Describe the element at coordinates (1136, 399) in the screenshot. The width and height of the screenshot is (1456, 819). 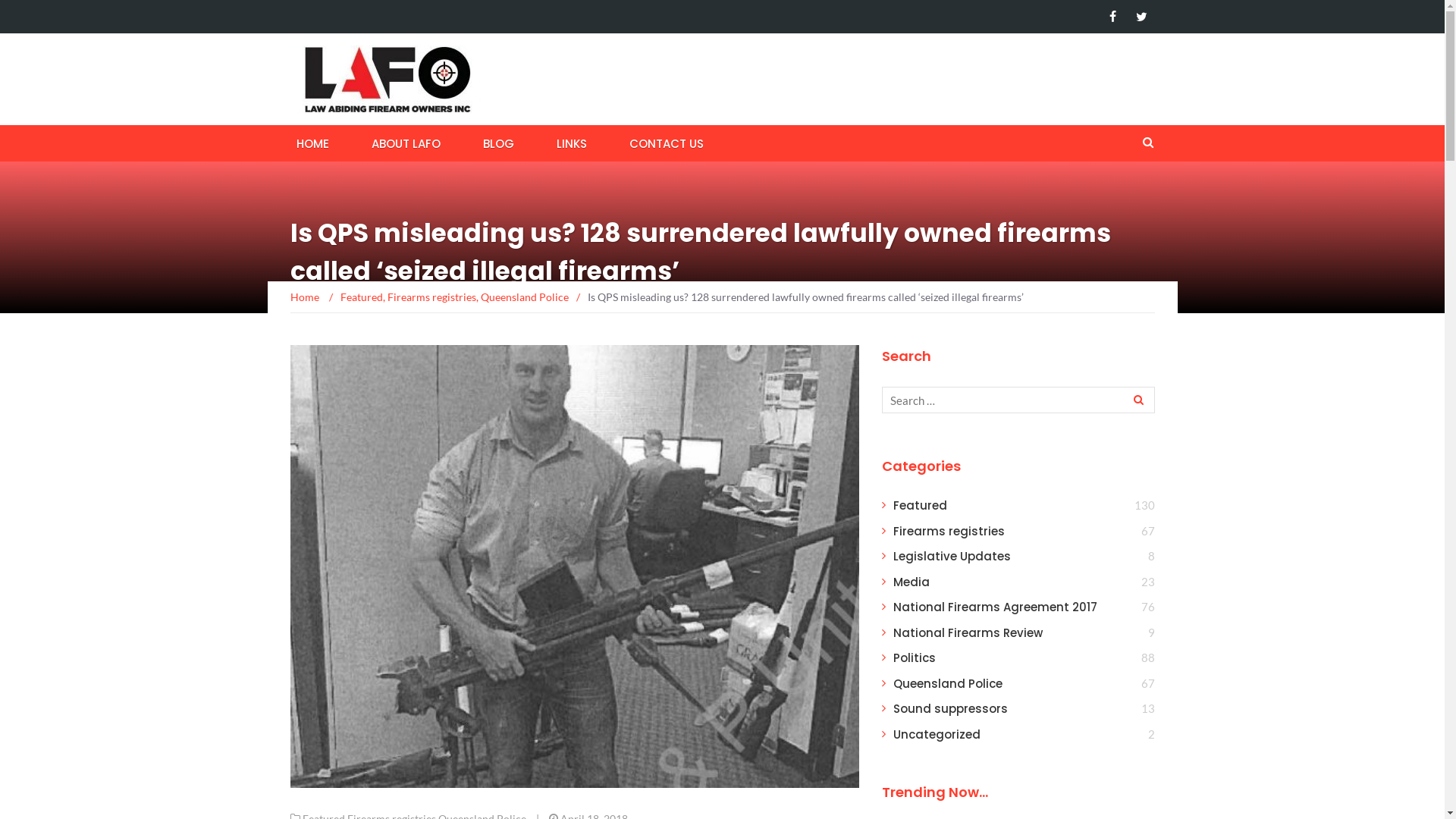
I see `'Search'` at that location.